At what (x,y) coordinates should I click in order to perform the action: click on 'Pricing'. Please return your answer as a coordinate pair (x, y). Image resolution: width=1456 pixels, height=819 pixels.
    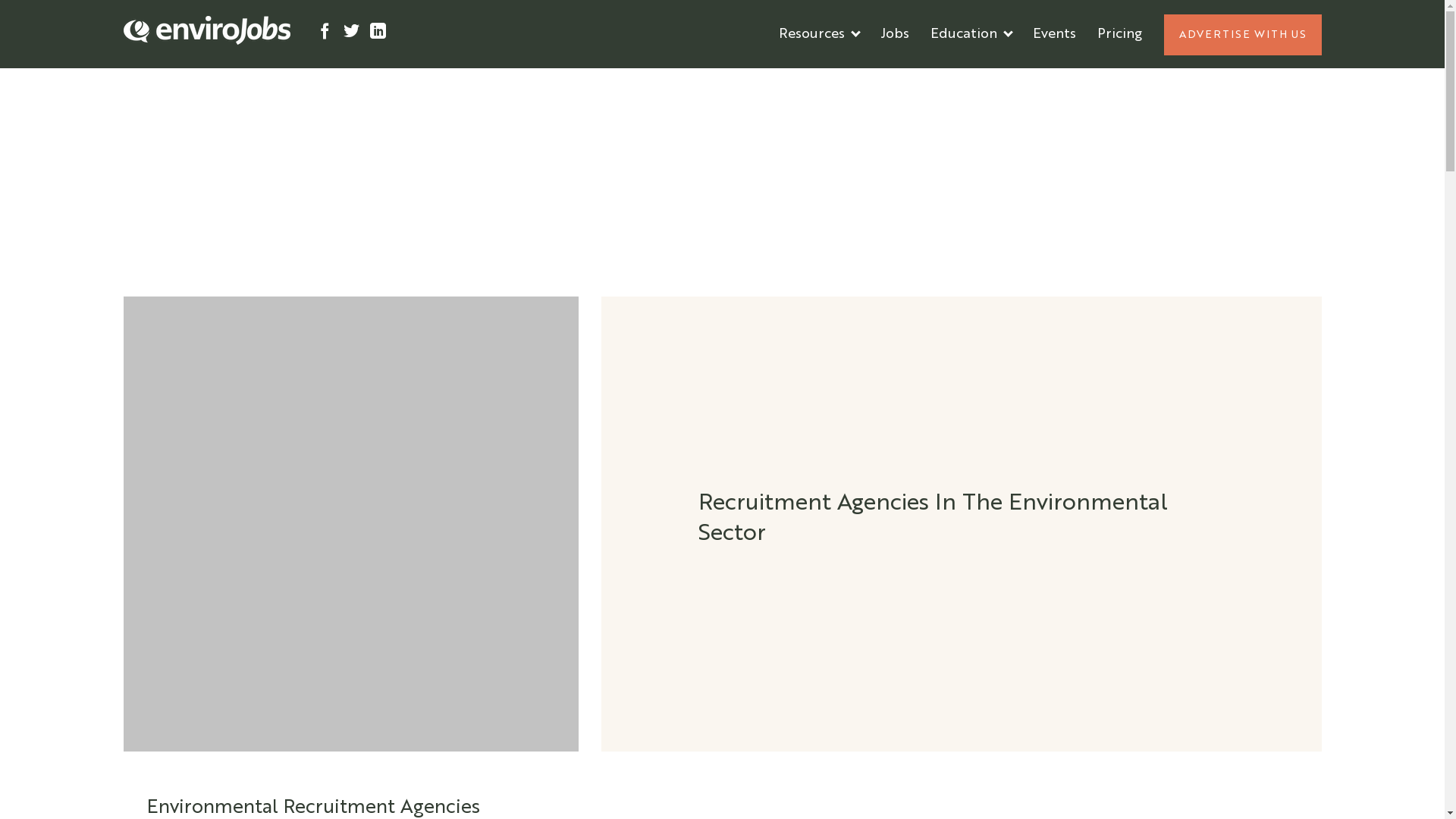
    Looking at the image, I should click on (1084, 34).